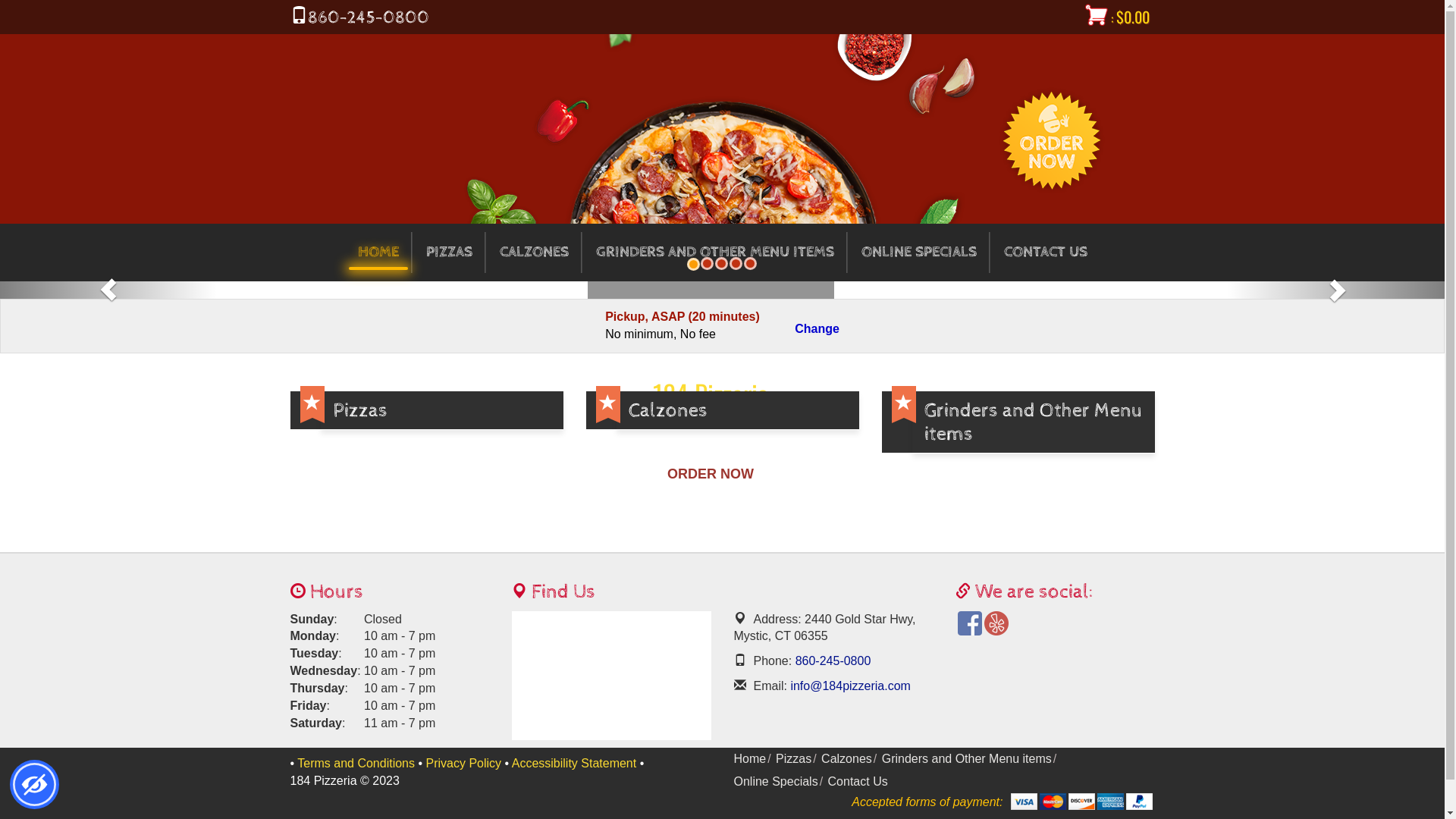  I want to click on 'Facebook', so click(968, 623).